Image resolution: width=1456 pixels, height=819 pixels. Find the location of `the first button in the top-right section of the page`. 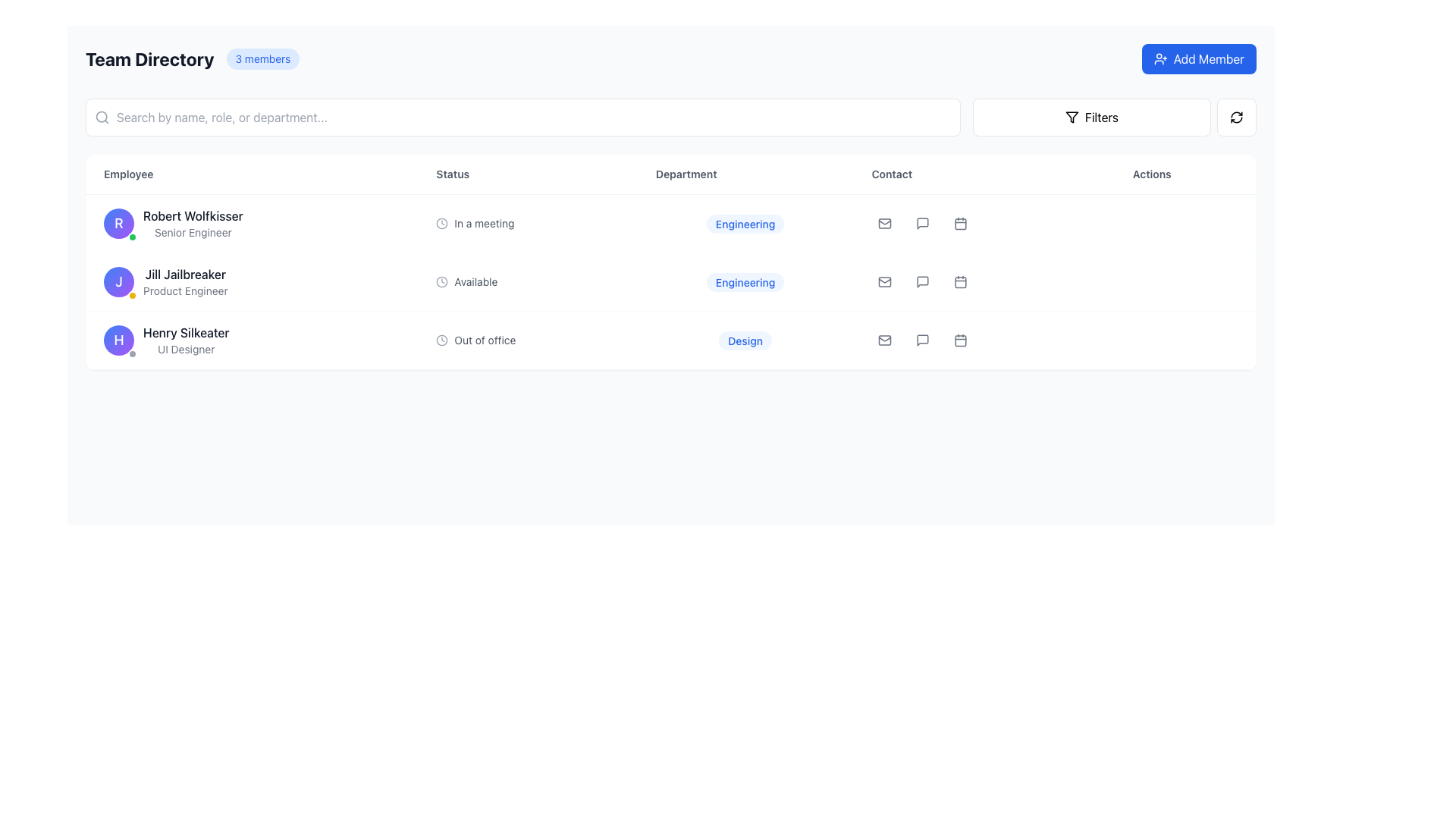

the first button in the top-right section of the page is located at coordinates (1092, 116).